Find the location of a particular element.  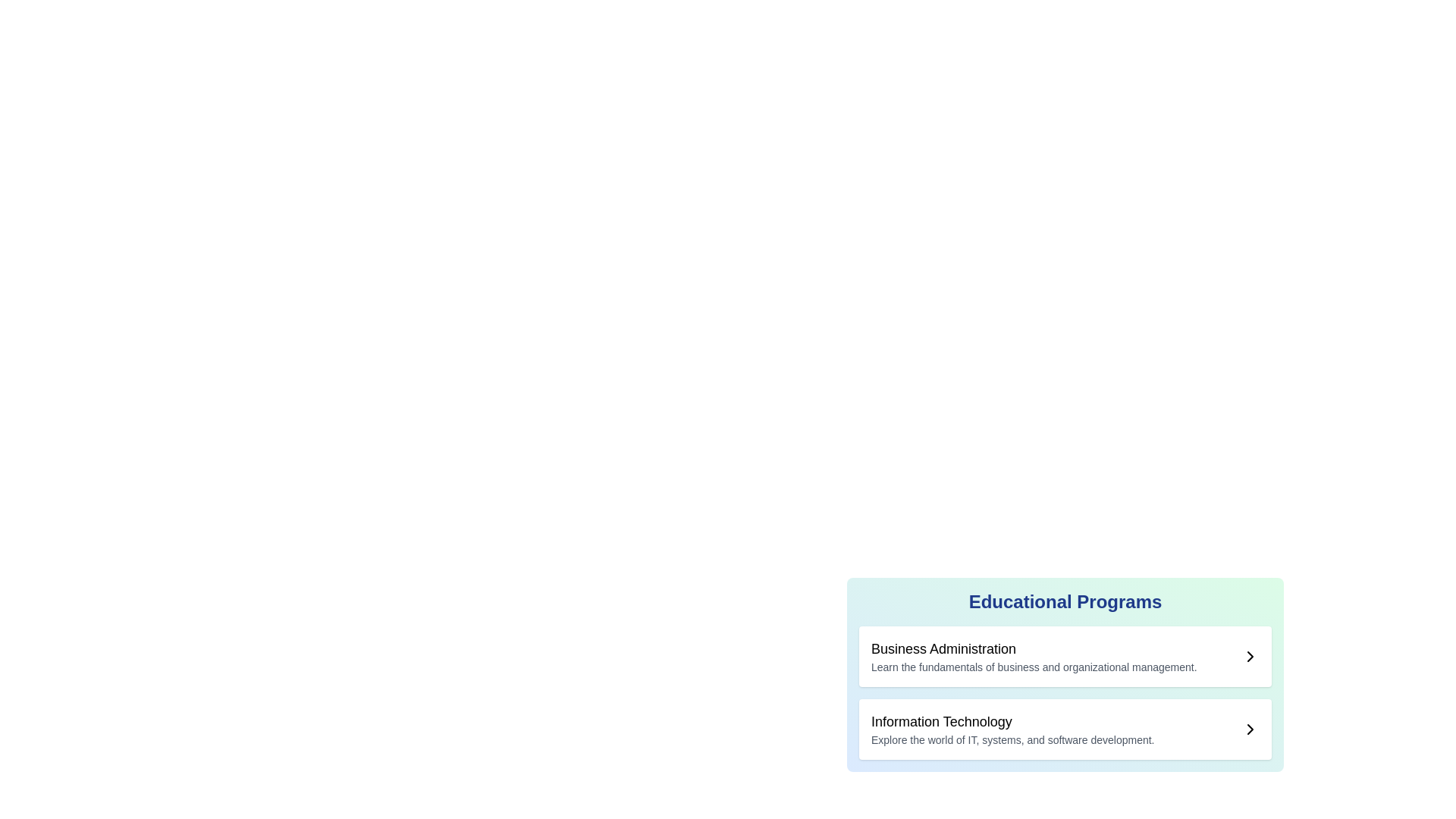

the text content providing a brief description for the 'Information Technology' educational program, located below the 'Information Technology' heading in the 'Educational Programs' section is located at coordinates (1012, 739).